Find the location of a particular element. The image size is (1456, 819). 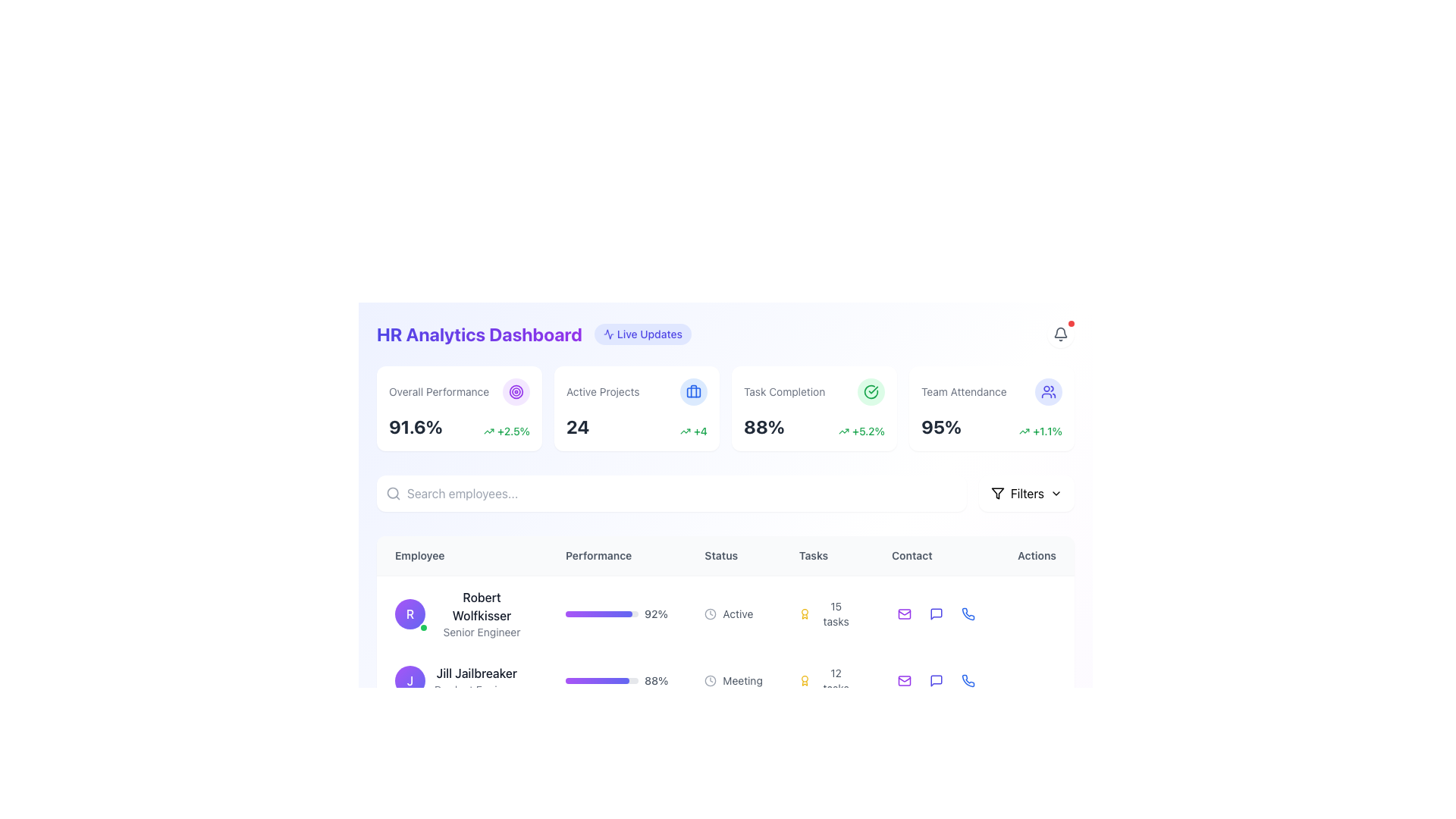

the text display with an avatar icon that shows the user's name is located at coordinates (461, 613).